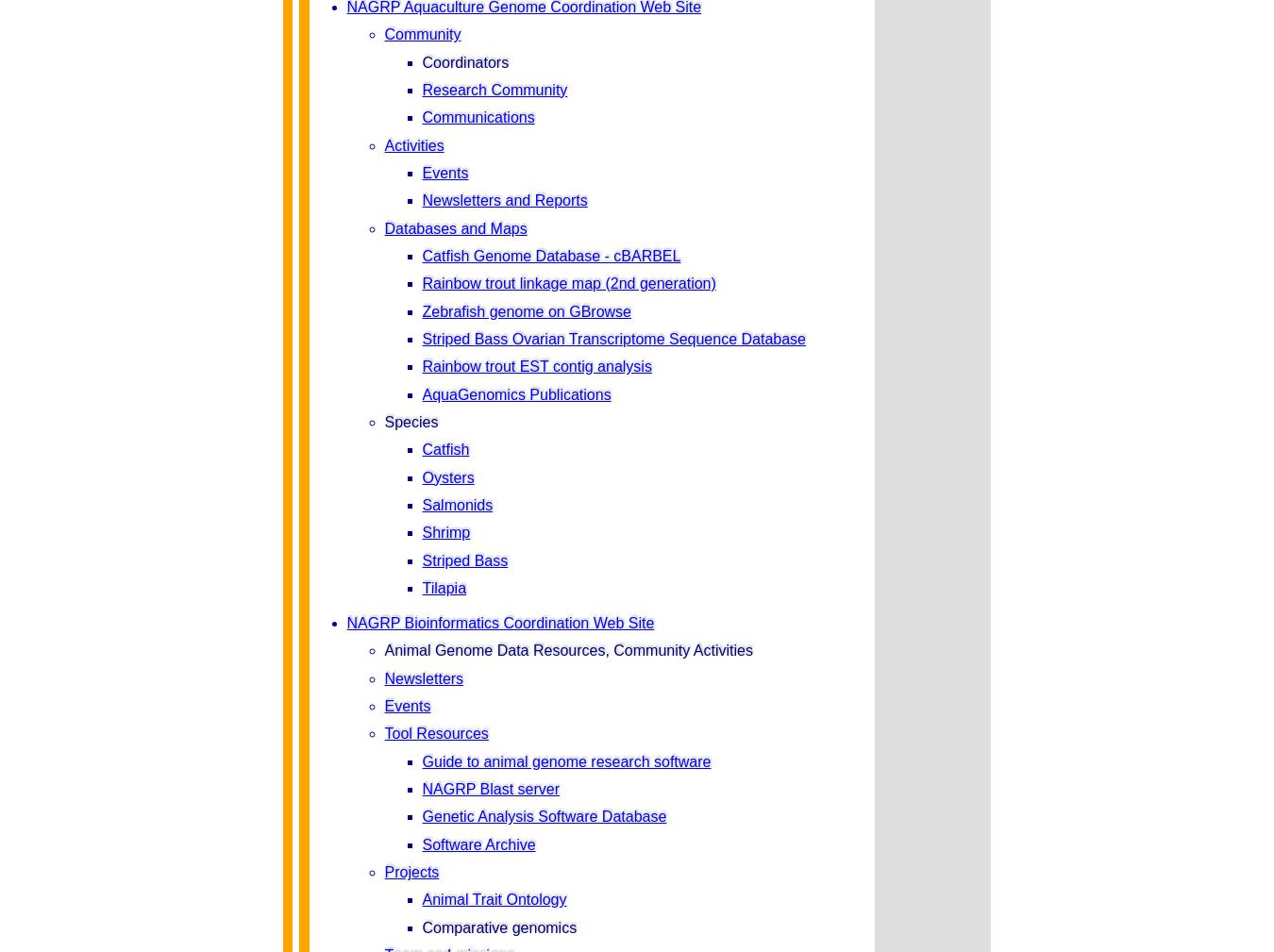  Describe the element at coordinates (565, 760) in the screenshot. I see `'Guide to animal genome research software'` at that location.